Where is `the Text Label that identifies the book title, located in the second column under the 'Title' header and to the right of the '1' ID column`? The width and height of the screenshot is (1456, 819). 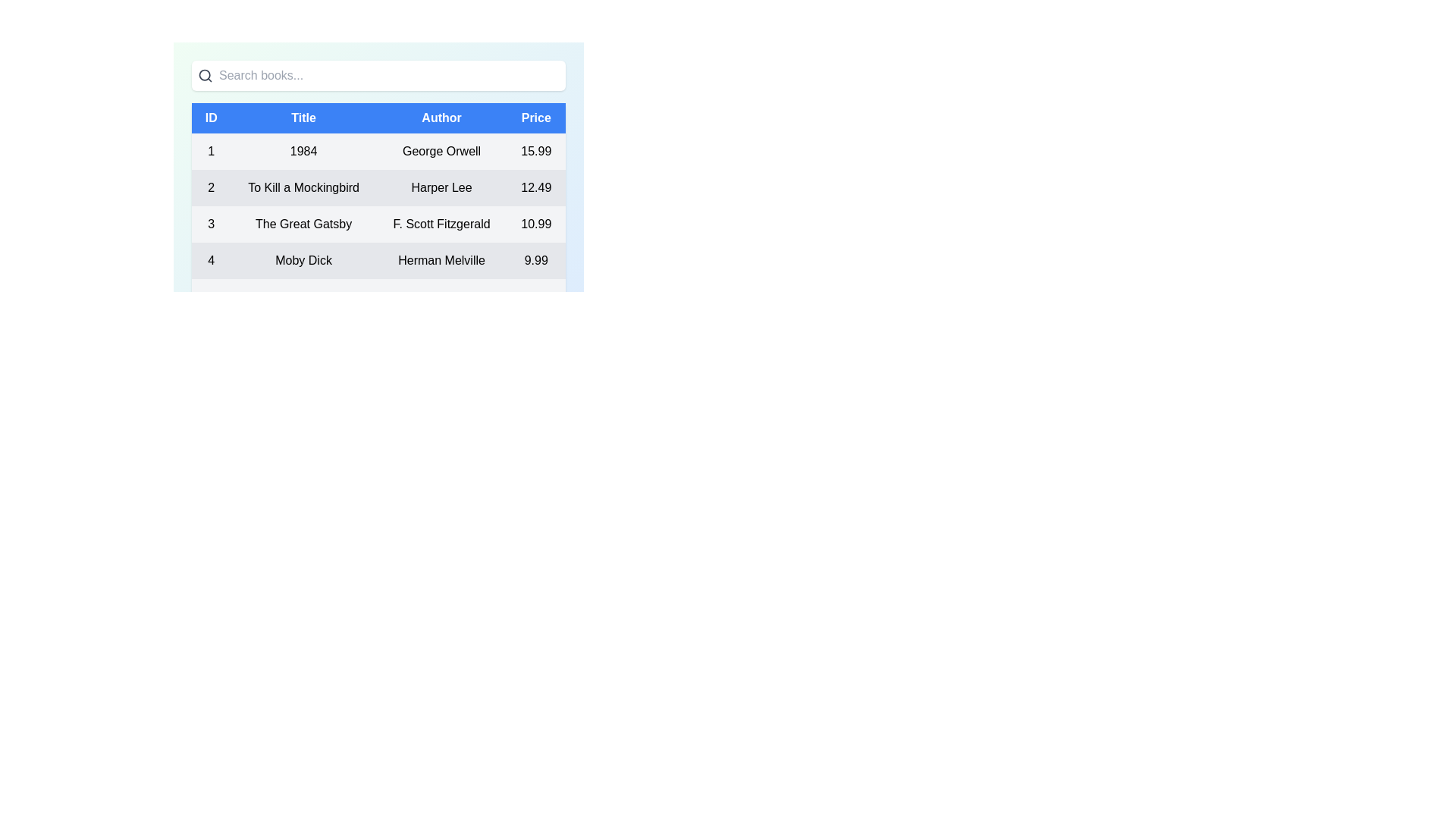
the Text Label that identifies the book title, located in the second column under the 'Title' header and to the right of the '1' ID column is located at coordinates (303, 152).